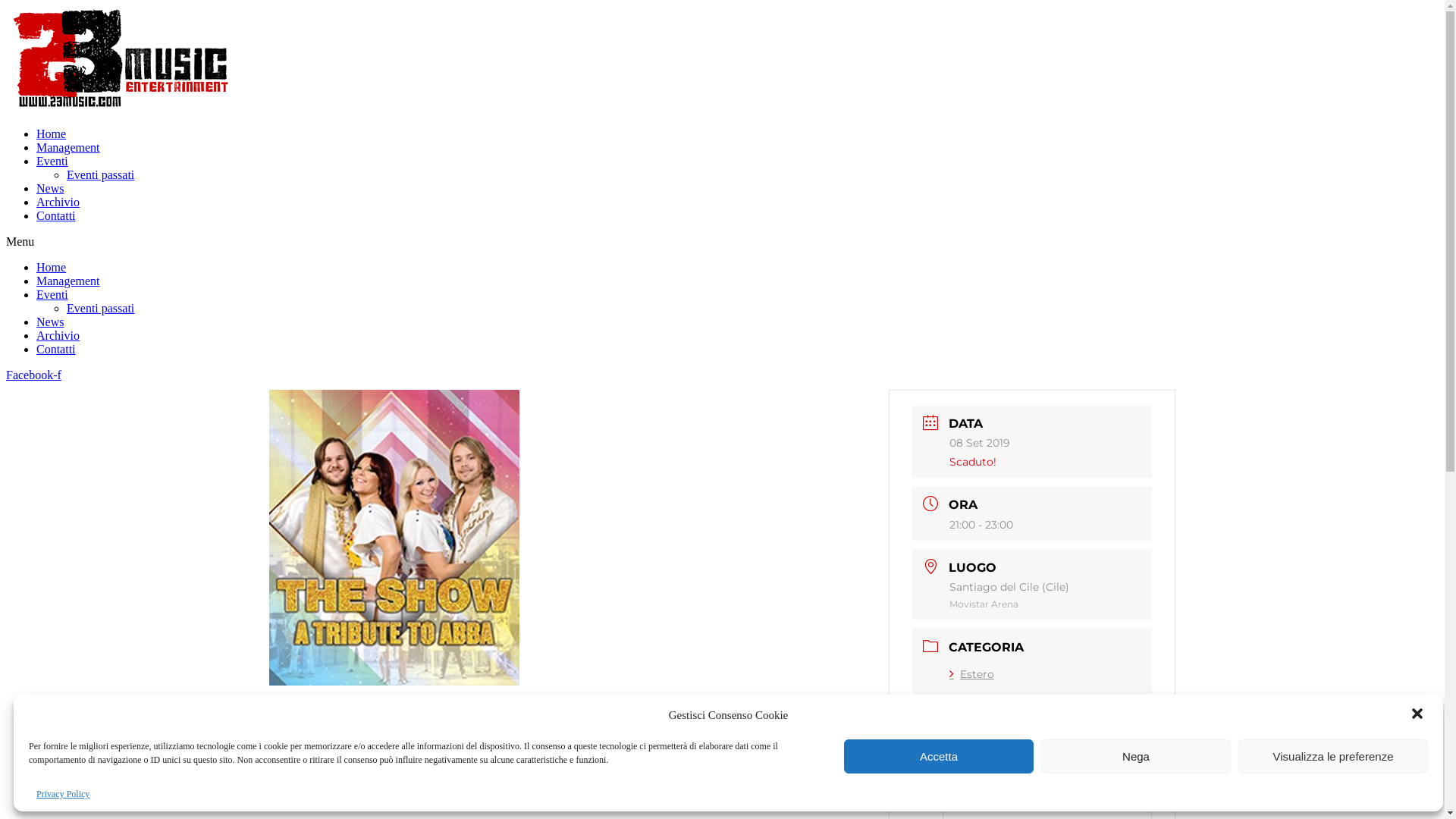  What do you see at coordinates (52, 294) in the screenshot?
I see `'Eventi'` at bounding box center [52, 294].